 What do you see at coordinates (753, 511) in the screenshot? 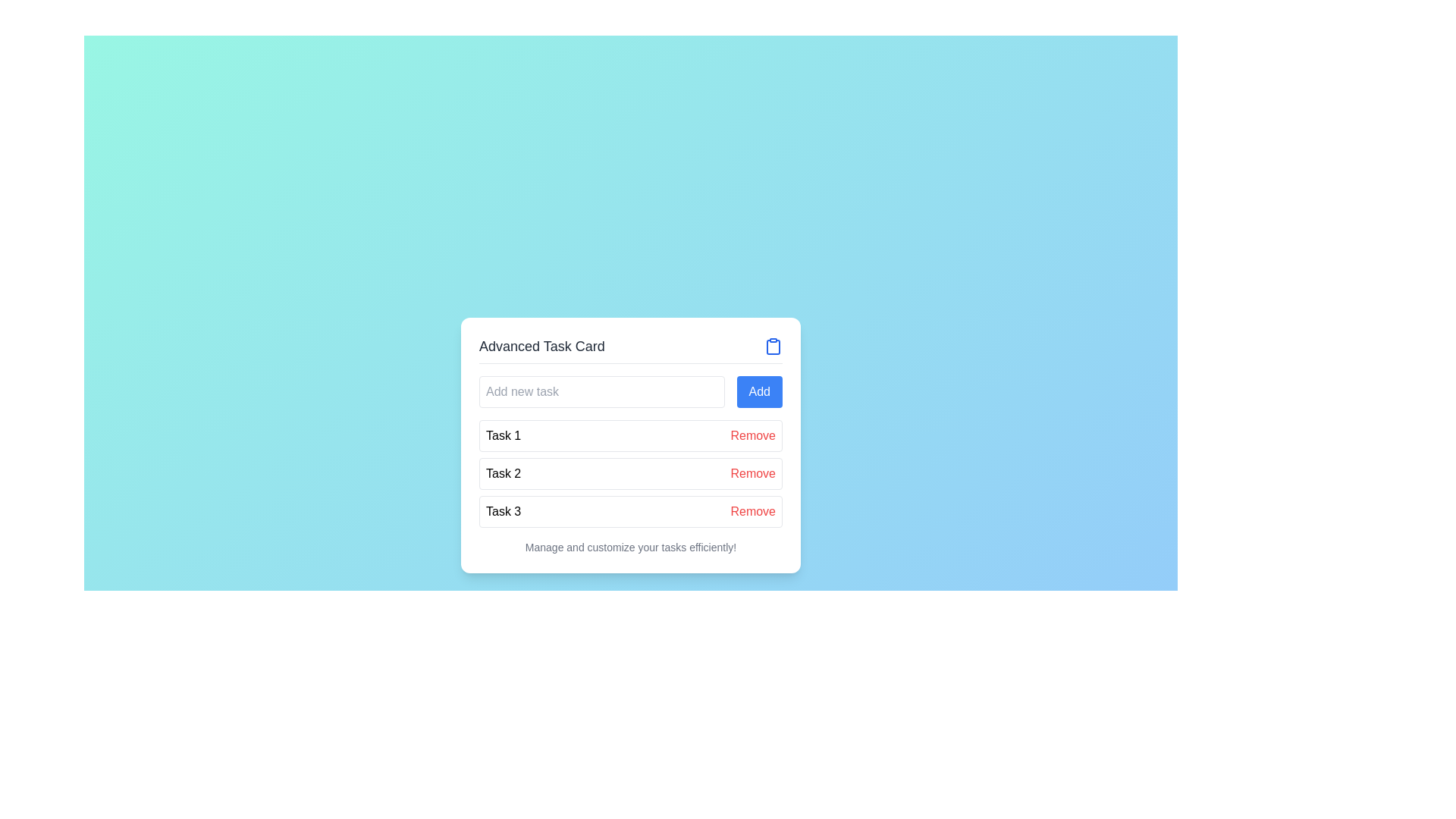
I see `the 'Remove' button, which is a red text button located to the right of the 'Task 3' label in the third row of the task list` at bounding box center [753, 511].